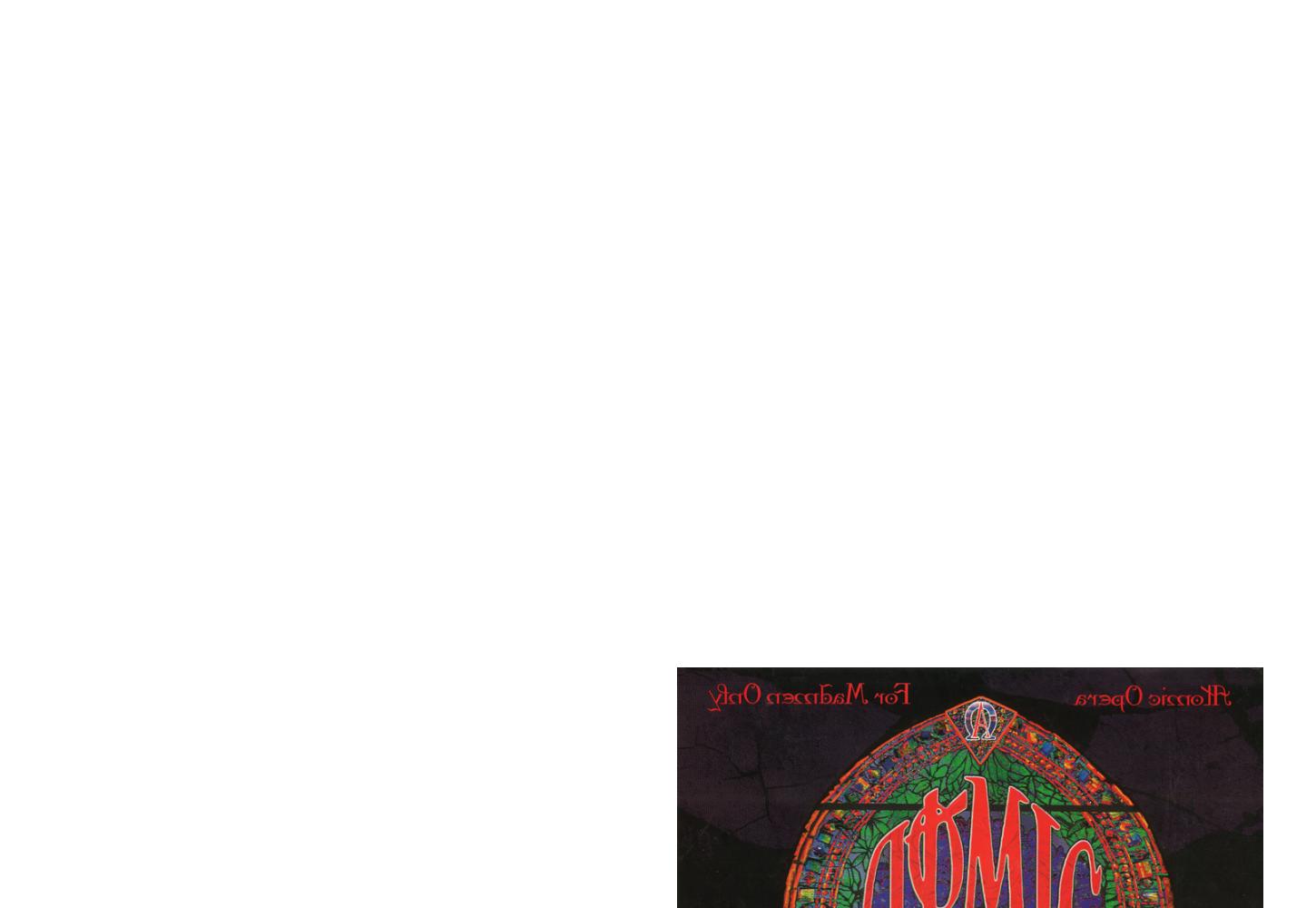  What do you see at coordinates (53, 572) in the screenshot?
I see `'Atomic Opera — For Madmen Only'` at bounding box center [53, 572].